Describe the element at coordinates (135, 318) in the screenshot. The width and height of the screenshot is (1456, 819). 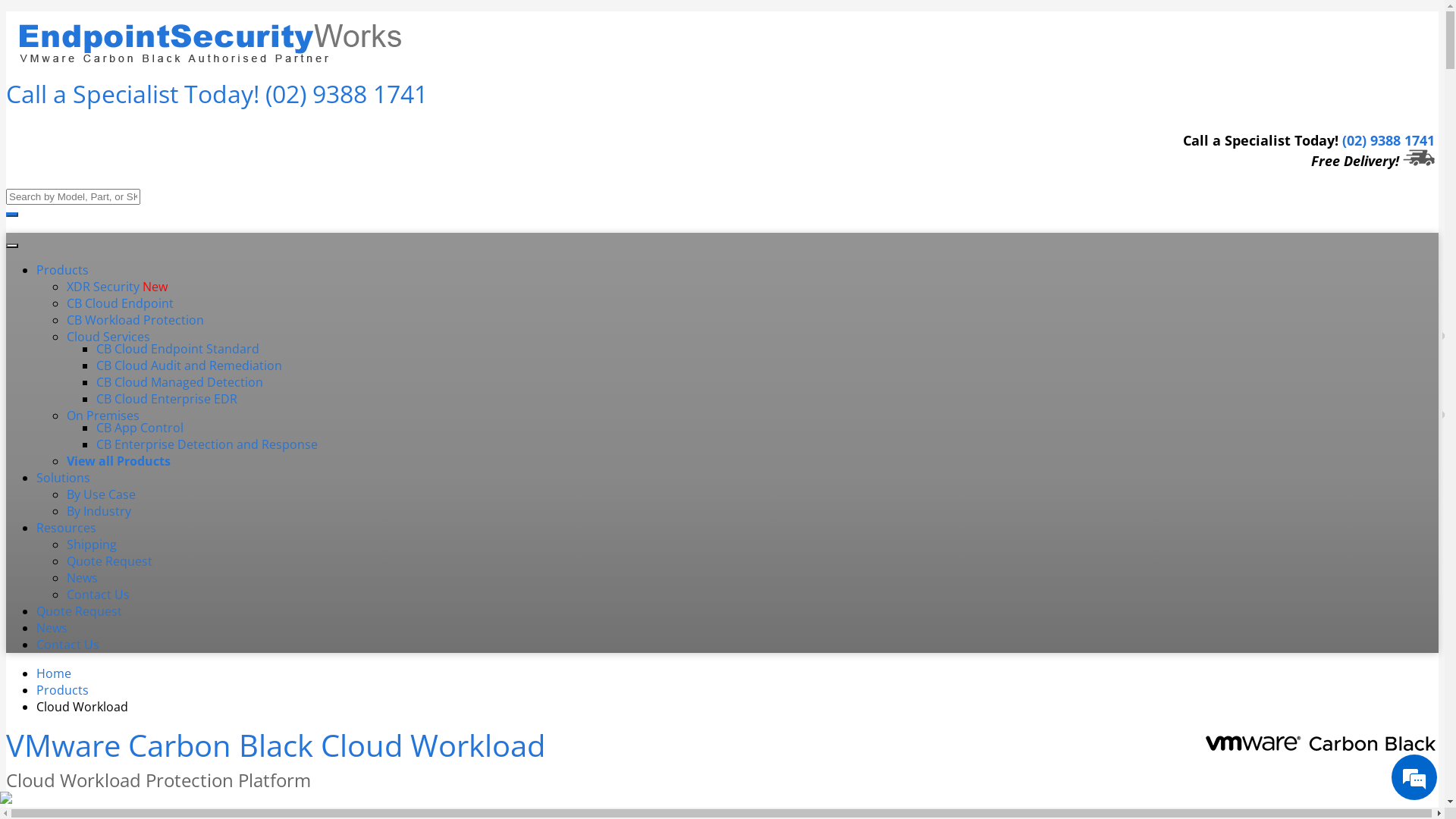
I see `'CB Workload Protection'` at that location.